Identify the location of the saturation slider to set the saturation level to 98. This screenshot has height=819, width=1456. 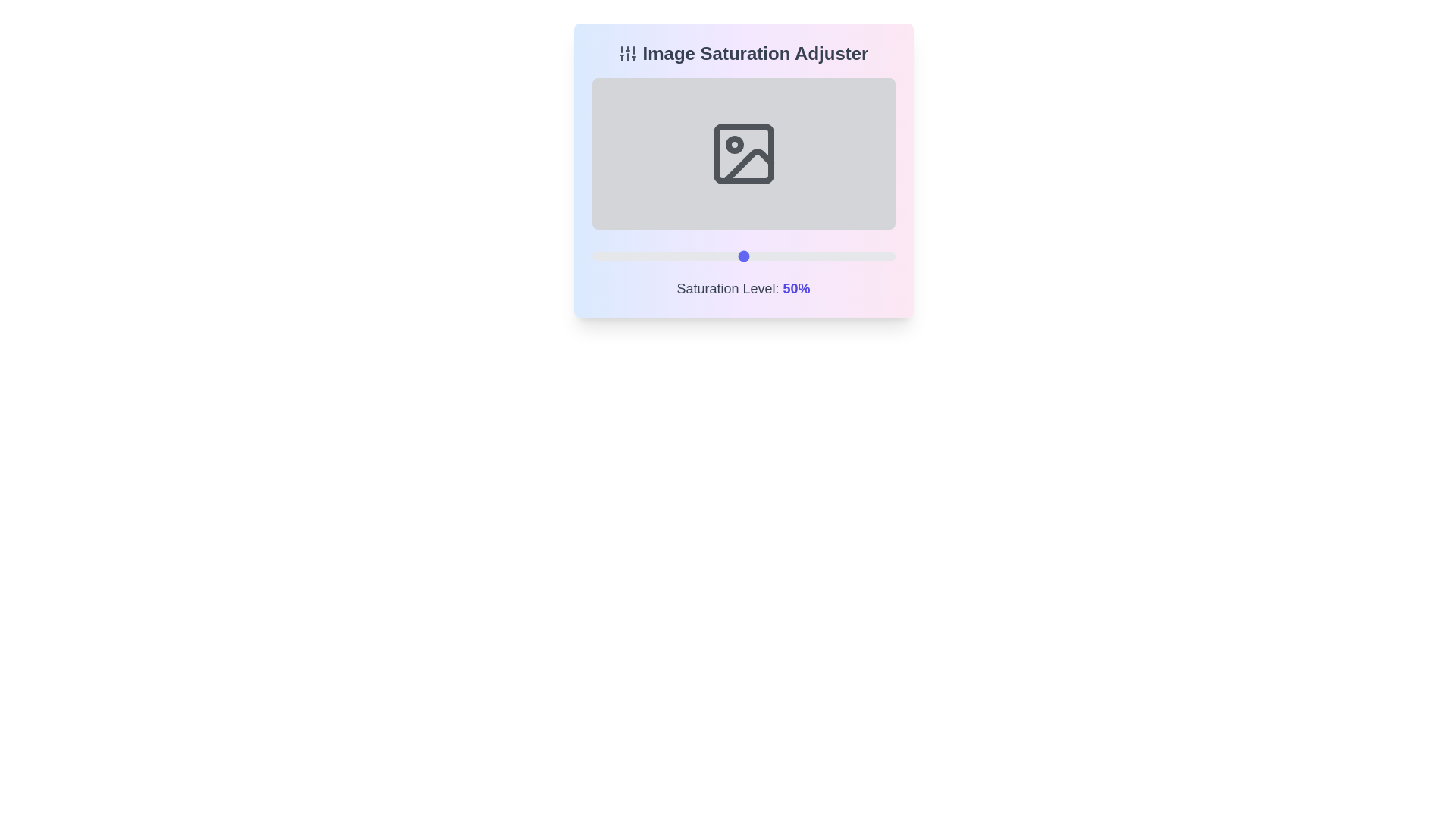
(889, 256).